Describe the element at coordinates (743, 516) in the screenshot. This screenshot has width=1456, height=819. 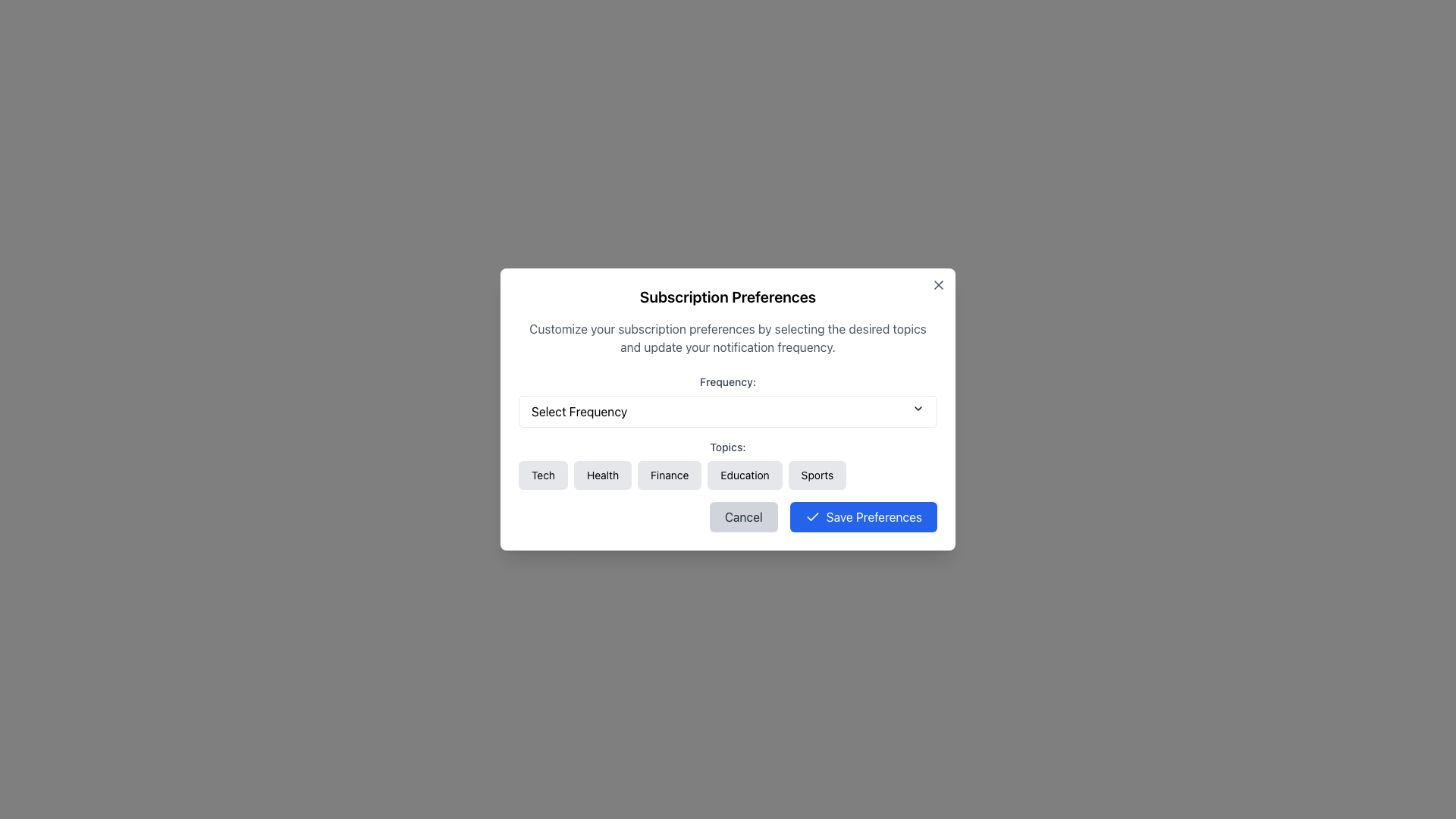
I see `the 'Cancel' button with a light gray background and rounded corners in the 'Subscription Preferences' dialog` at that location.